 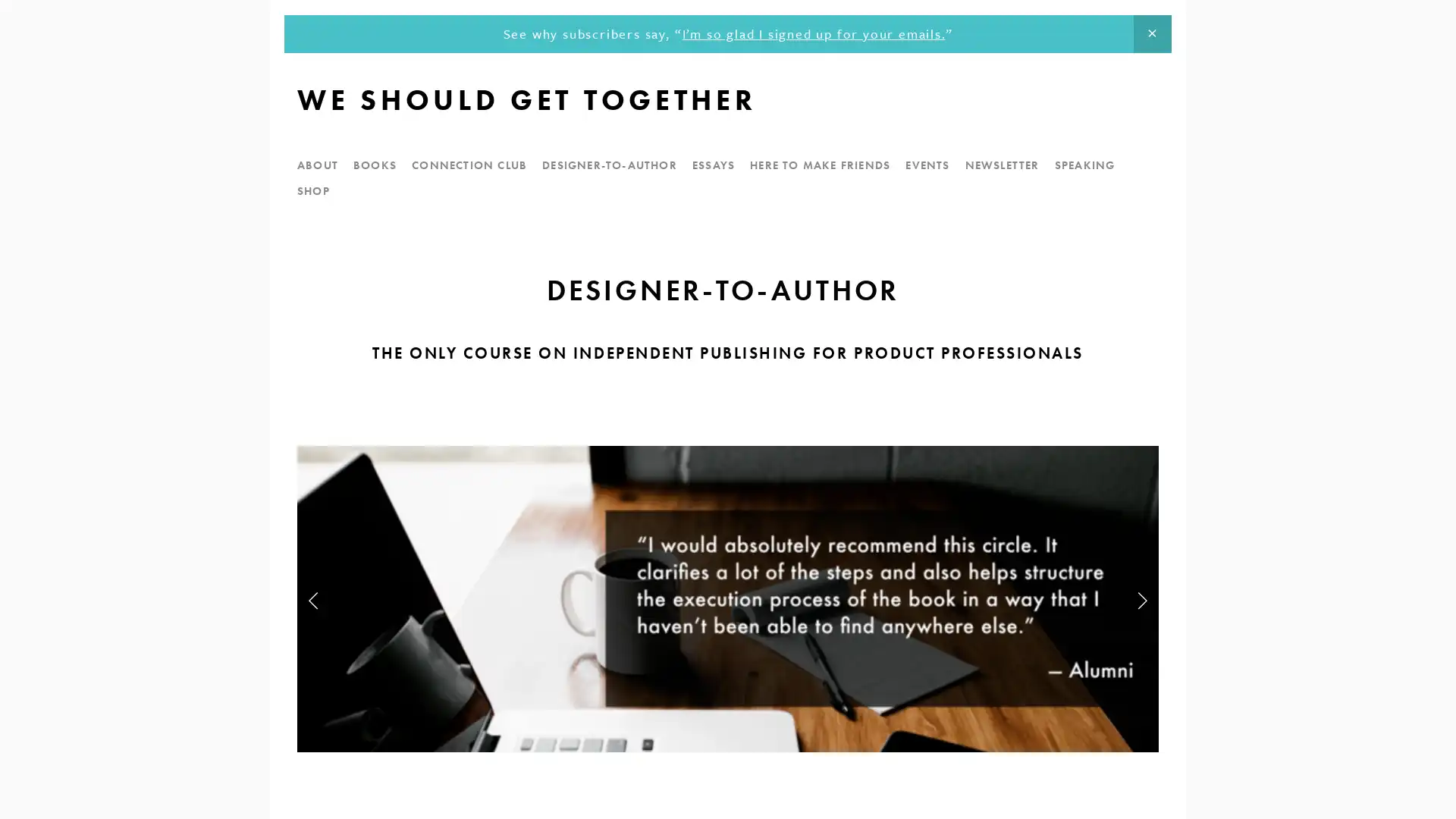 I want to click on Next Slide, so click(x=1142, y=598).